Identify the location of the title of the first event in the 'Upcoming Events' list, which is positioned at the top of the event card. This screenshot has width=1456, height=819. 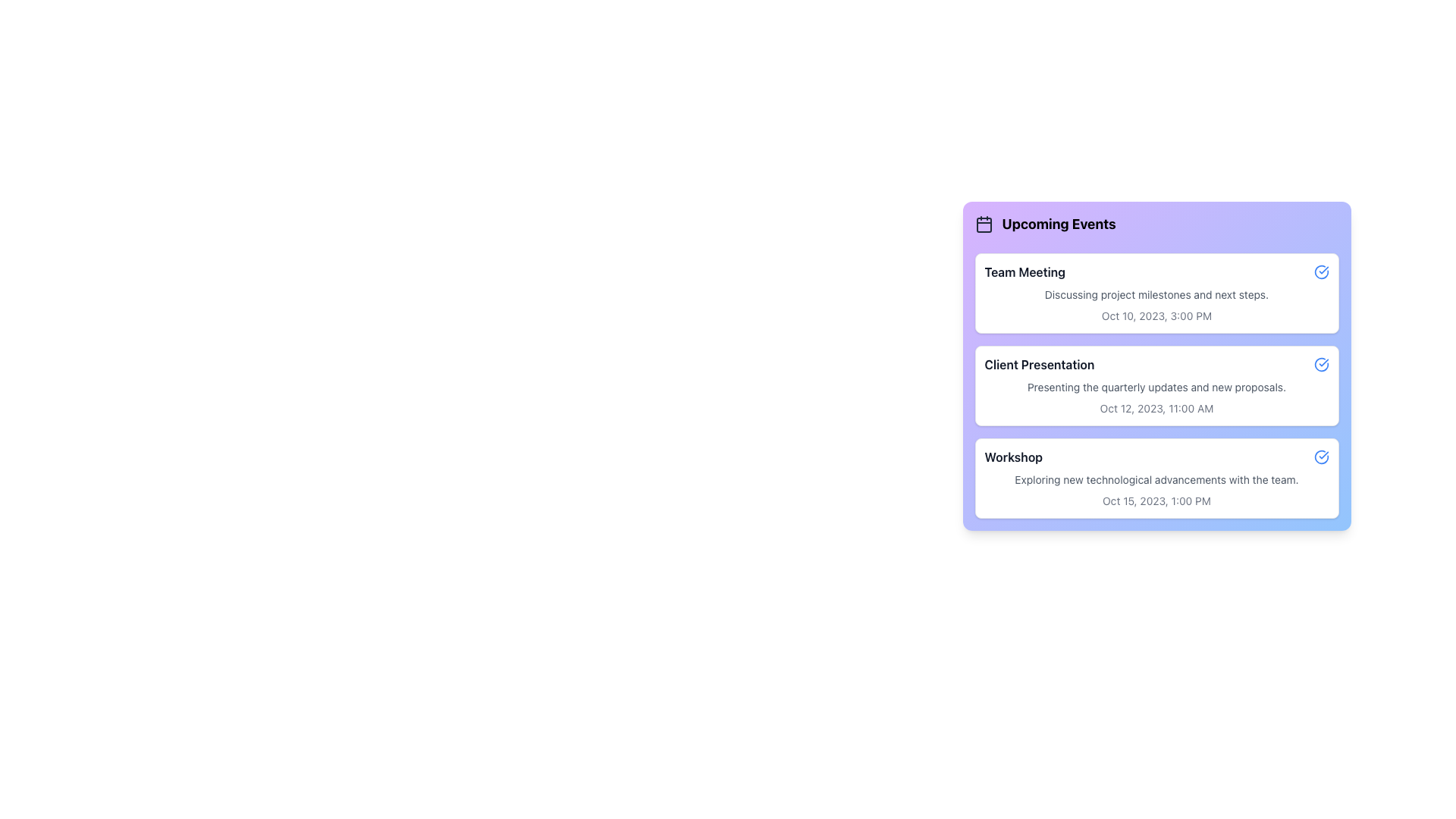
(1025, 271).